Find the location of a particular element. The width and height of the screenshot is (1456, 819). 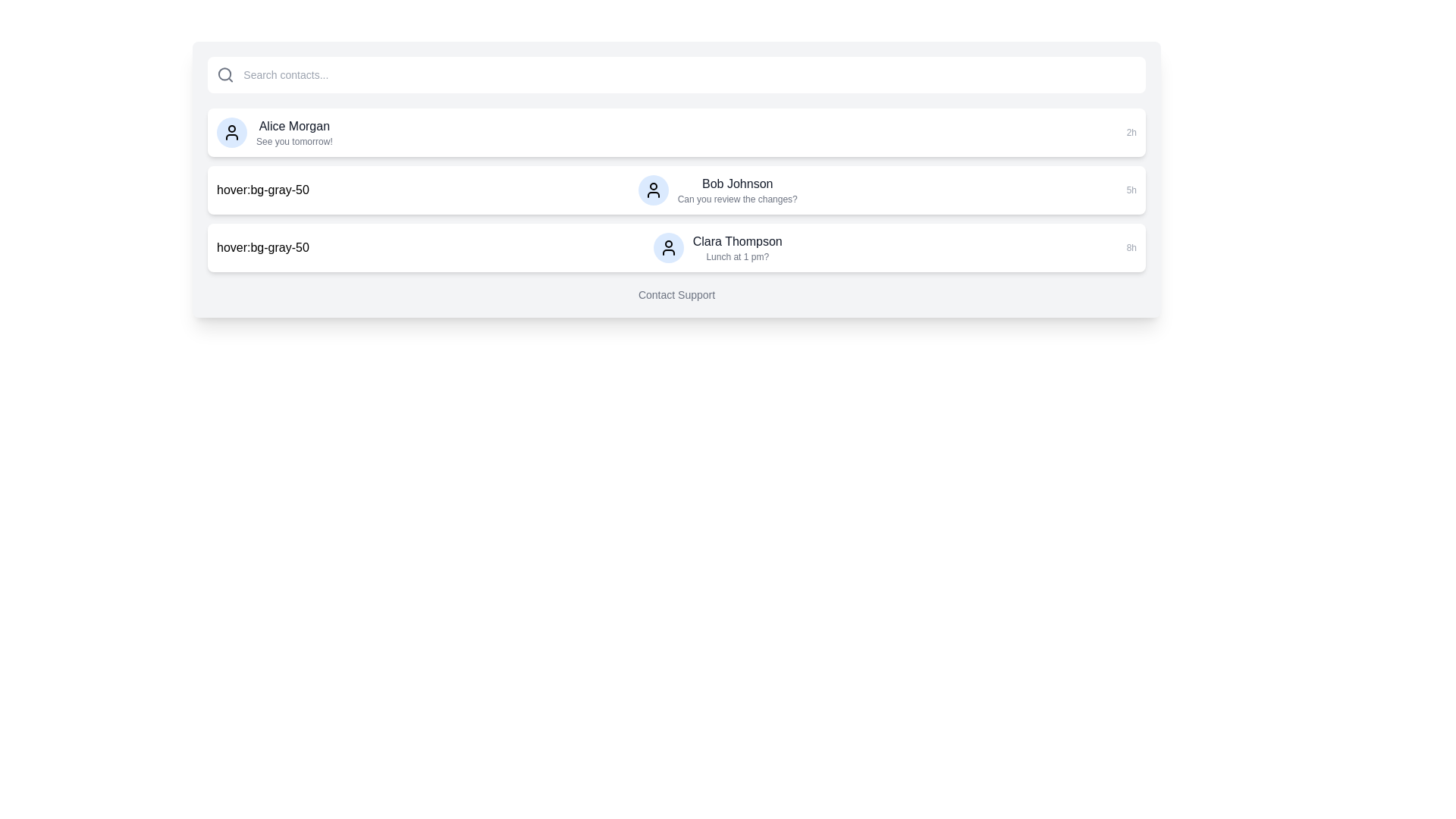

text content of the message preview or status update associated with 'Alice Morgan', which is located below the name in the upper left quadrant of the interface is located at coordinates (294, 141).